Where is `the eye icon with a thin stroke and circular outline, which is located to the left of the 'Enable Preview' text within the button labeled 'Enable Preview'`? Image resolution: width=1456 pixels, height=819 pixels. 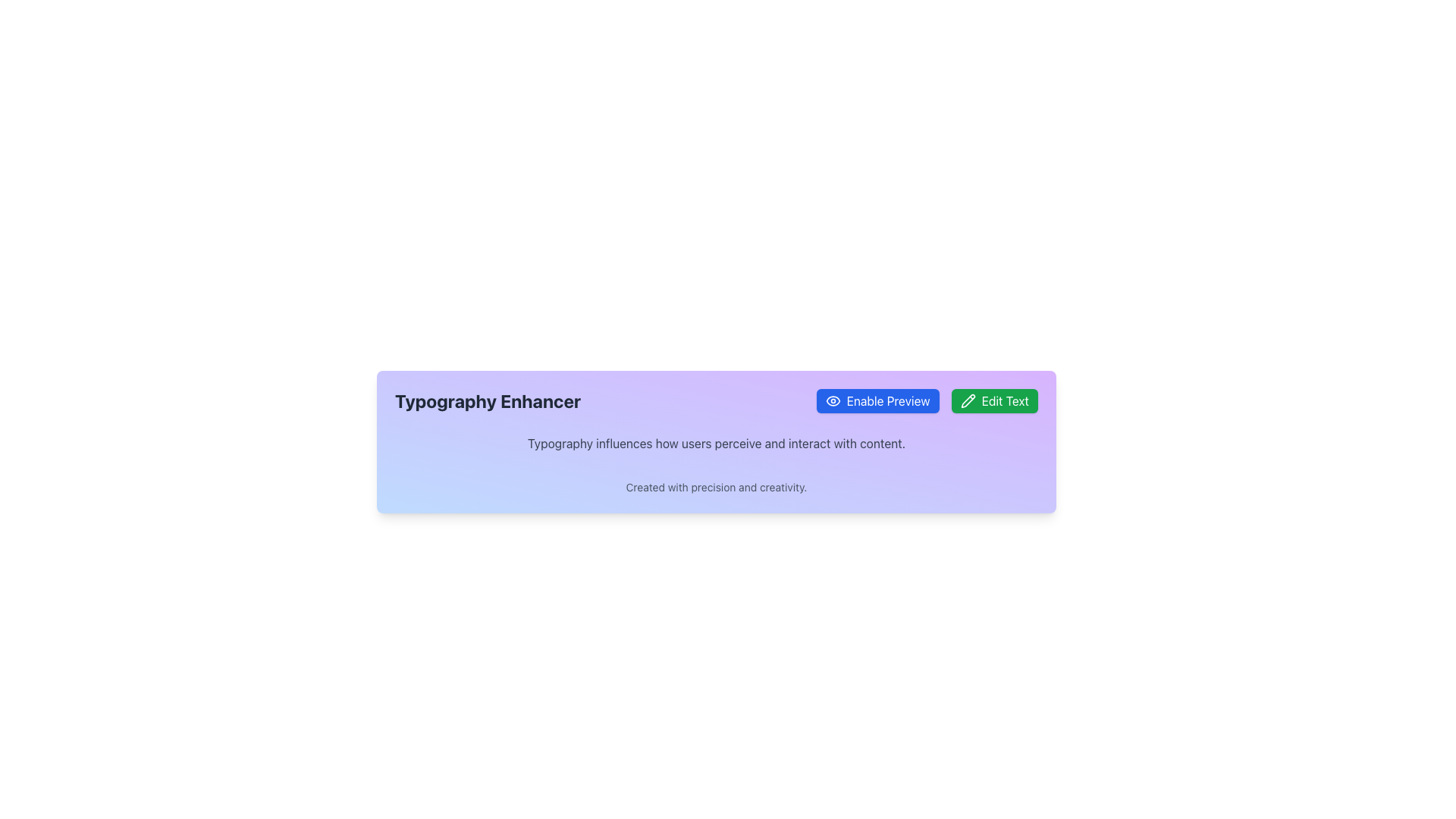 the eye icon with a thin stroke and circular outline, which is located to the left of the 'Enable Preview' text within the button labeled 'Enable Preview' is located at coordinates (832, 400).